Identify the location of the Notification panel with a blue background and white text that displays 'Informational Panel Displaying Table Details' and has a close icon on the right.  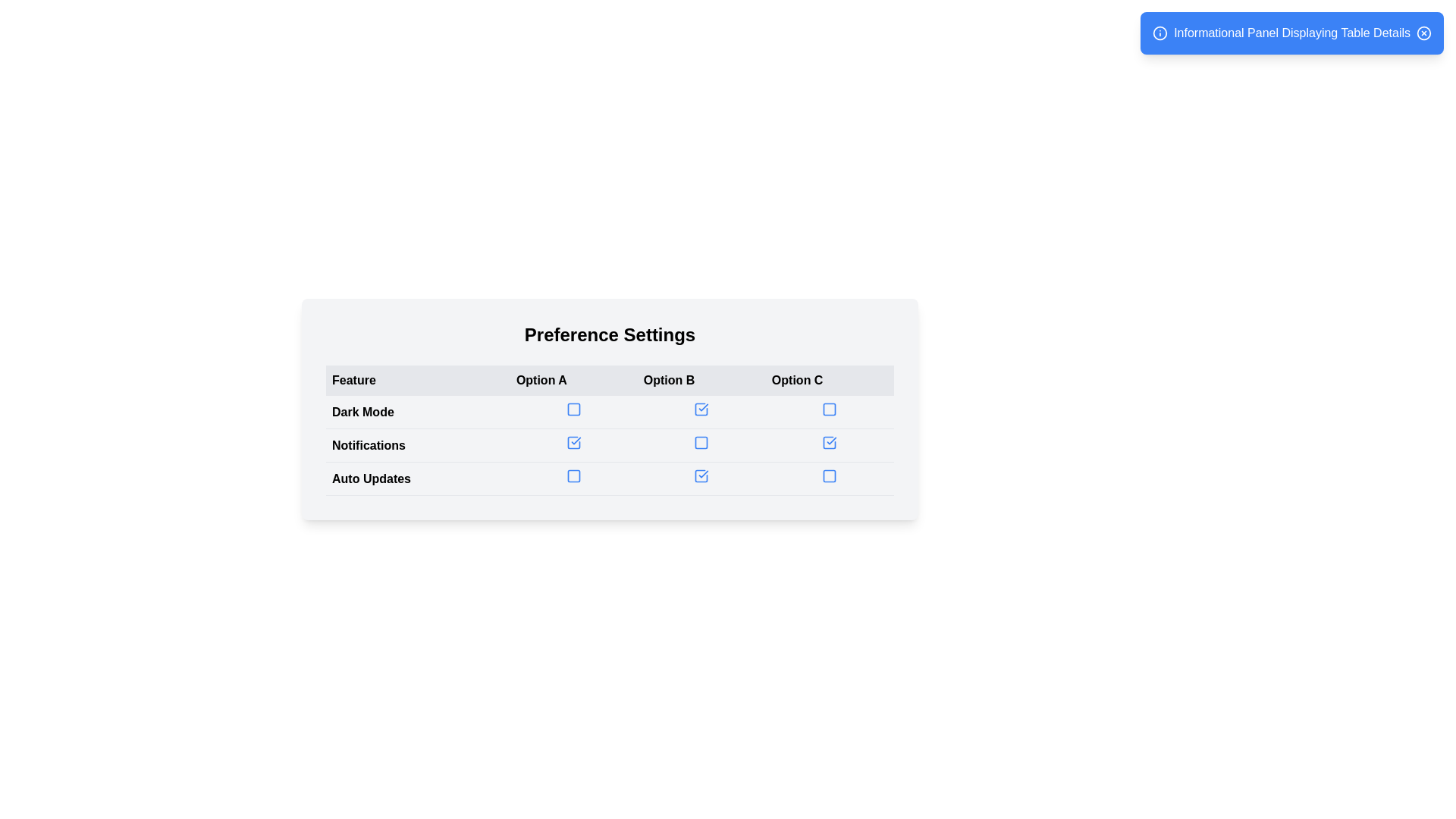
(1291, 33).